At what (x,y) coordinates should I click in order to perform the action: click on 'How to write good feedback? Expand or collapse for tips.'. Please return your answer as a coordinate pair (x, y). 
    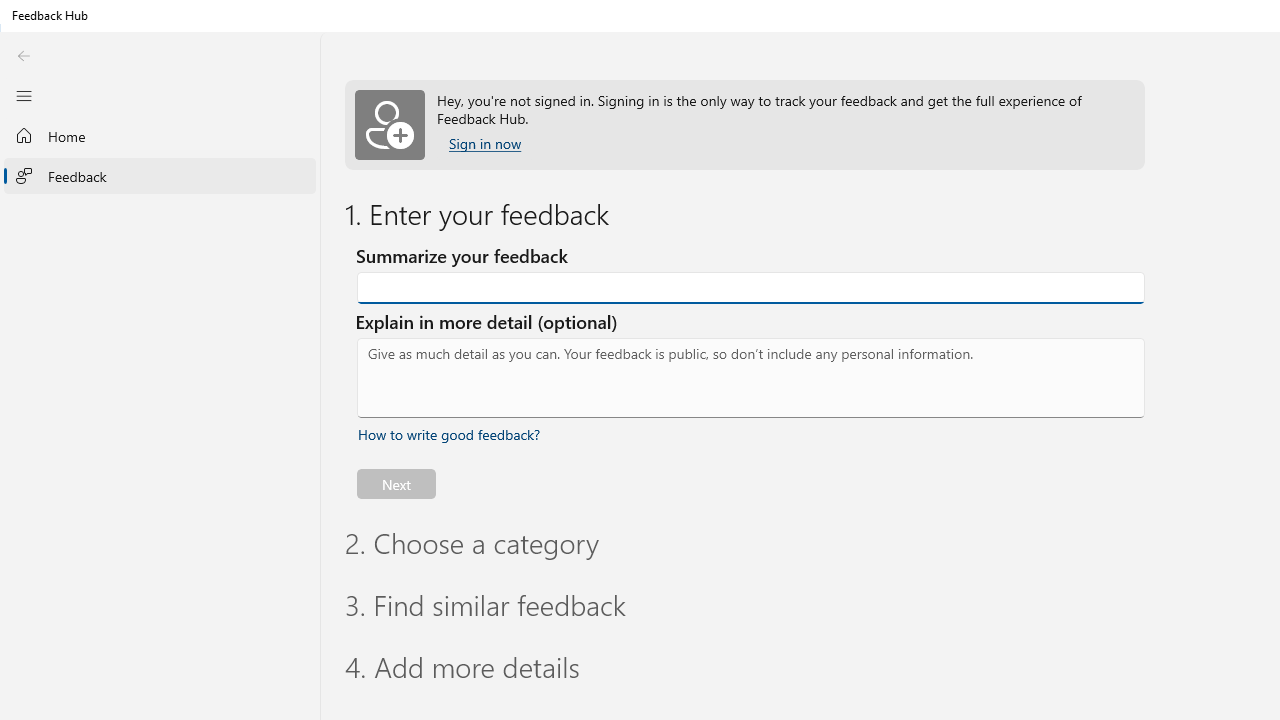
    Looking at the image, I should click on (448, 433).